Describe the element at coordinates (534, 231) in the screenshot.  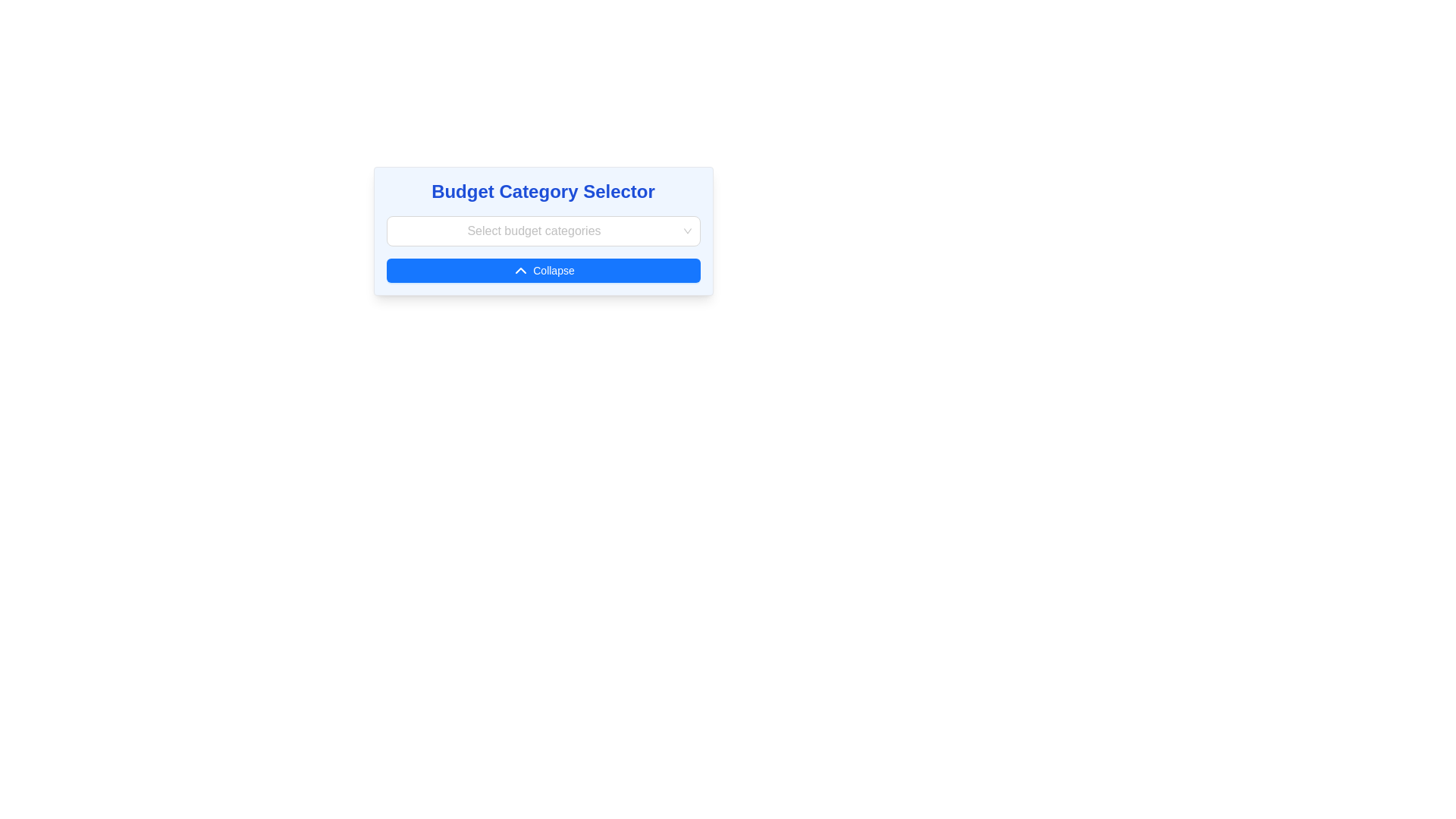
I see `text from the Text Placeholder within the 'Select budget categories' dropdown input field, which is centered below the 'Budget Category Selector'` at that location.